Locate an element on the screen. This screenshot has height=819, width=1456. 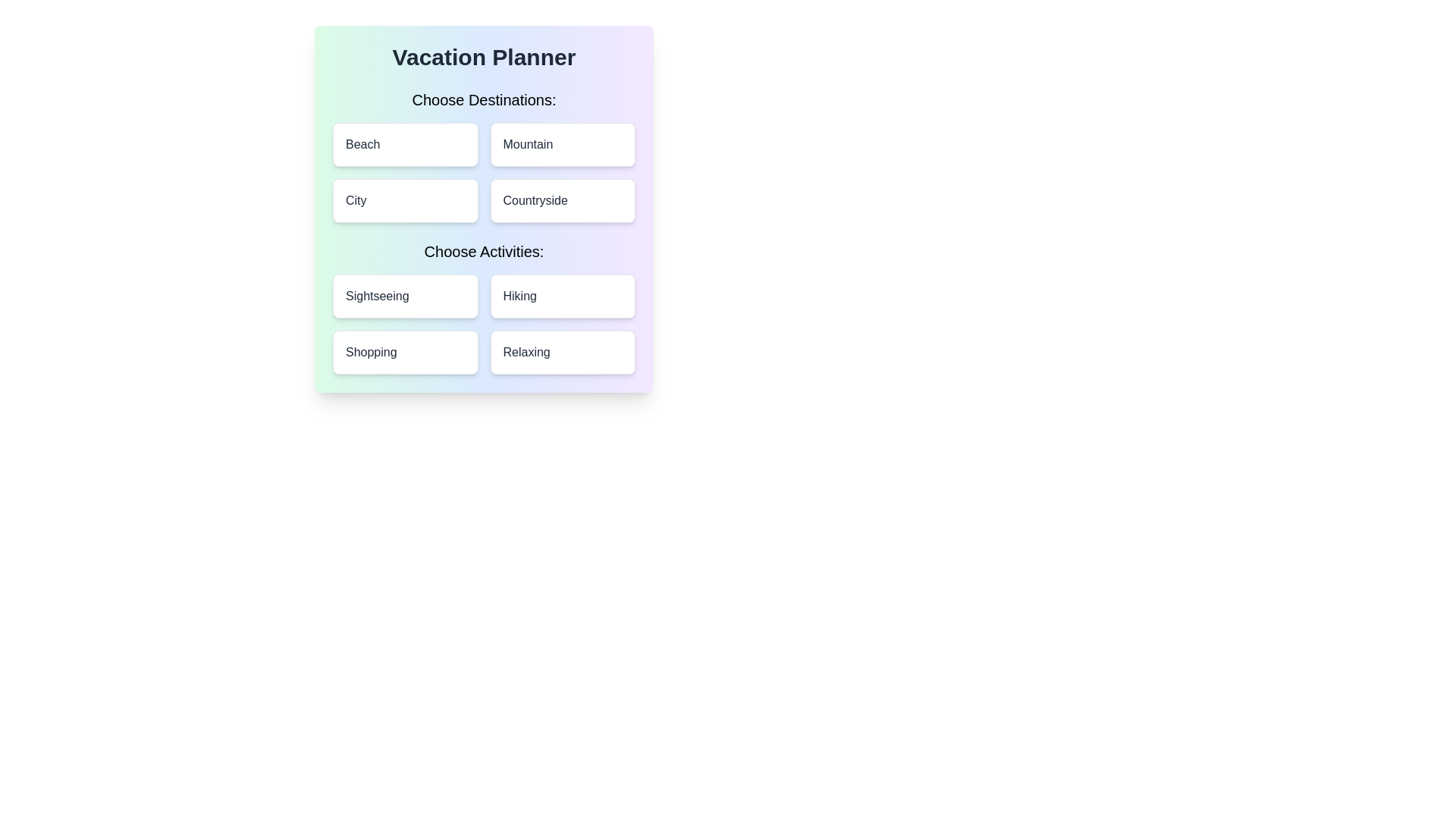
the Text Header element, which serves as a title for the options below it, guiding users to select activities is located at coordinates (483, 250).